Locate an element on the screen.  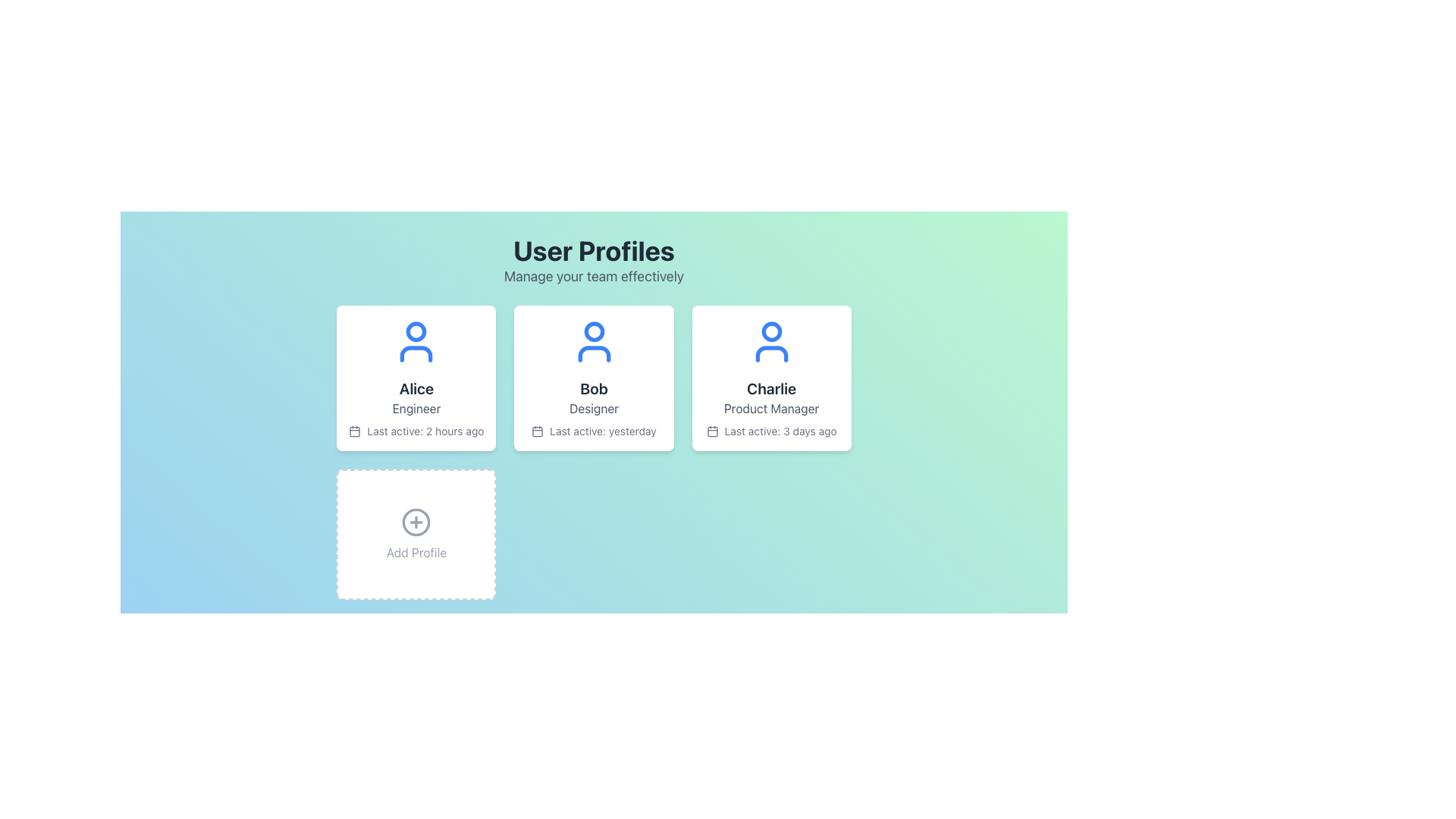
the decorative arc element in the SVG graphic that is part of Alice's user profile icon, located at the bottom of the circular head is located at coordinates (416, 353).